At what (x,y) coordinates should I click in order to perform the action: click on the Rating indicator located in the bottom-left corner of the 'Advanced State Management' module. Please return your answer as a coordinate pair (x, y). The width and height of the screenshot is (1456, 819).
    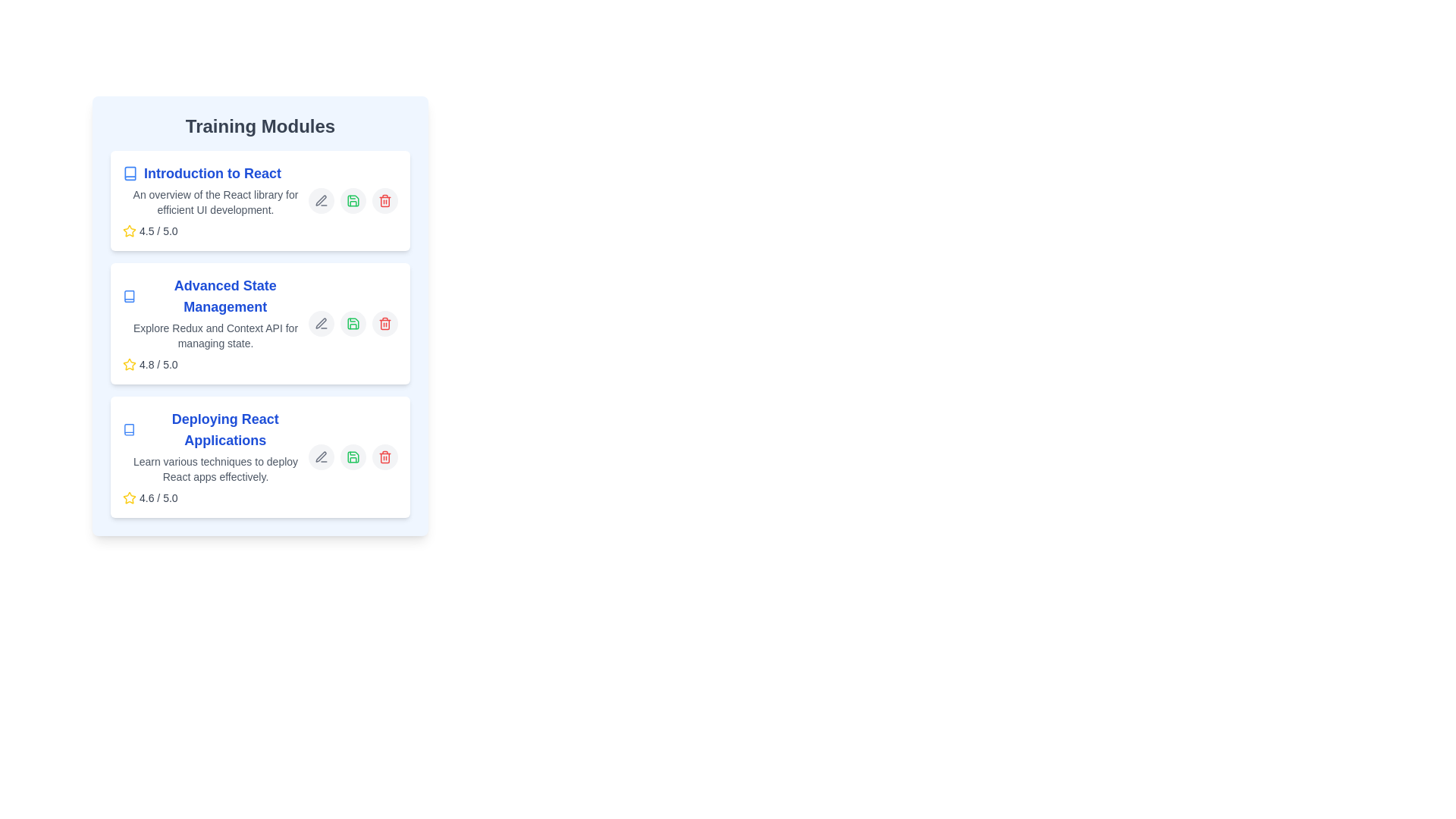
    Looking at the image, I should click on (215, 365).